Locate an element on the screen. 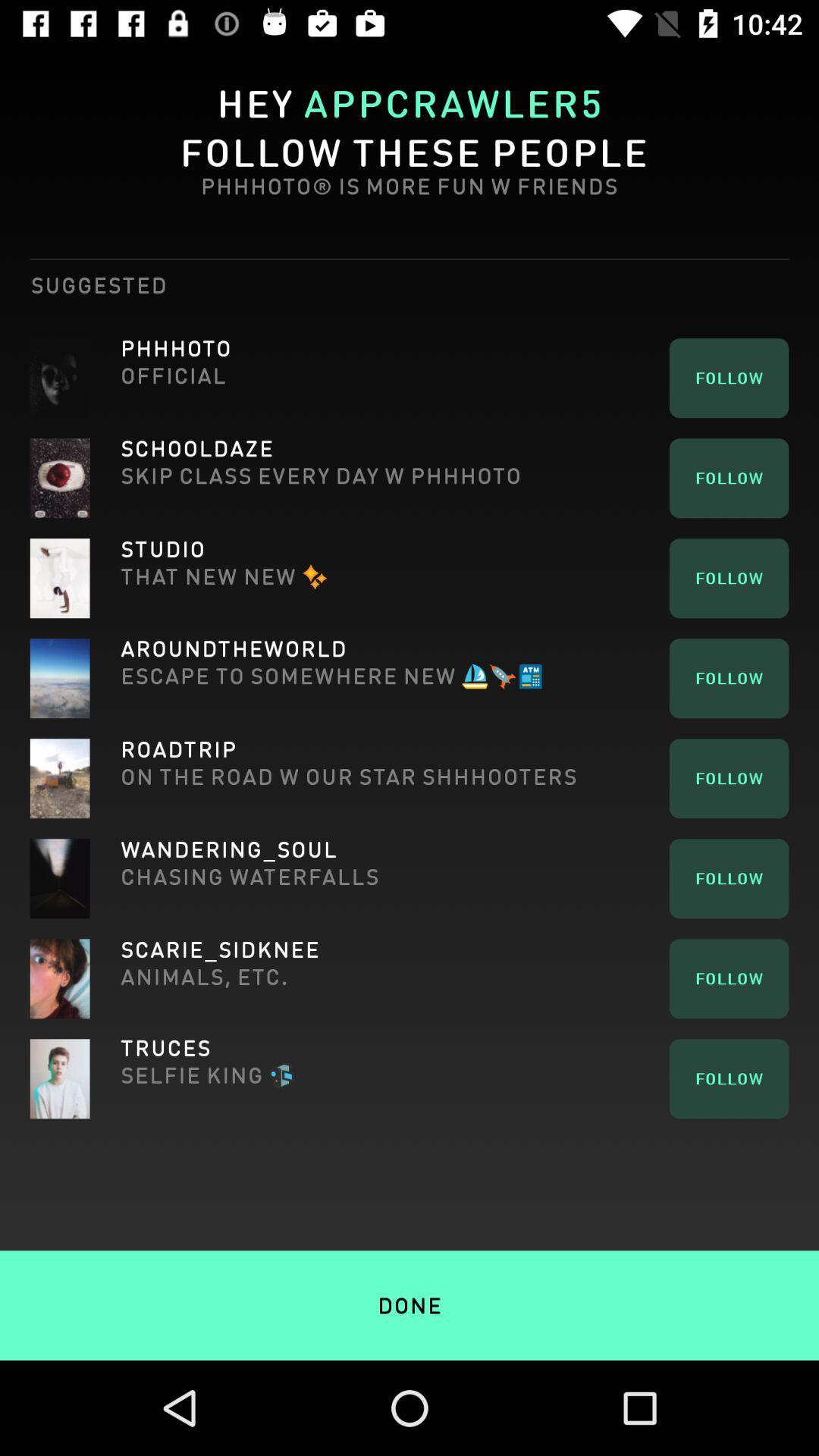  finish following people is located at coordinates (409, 1273).